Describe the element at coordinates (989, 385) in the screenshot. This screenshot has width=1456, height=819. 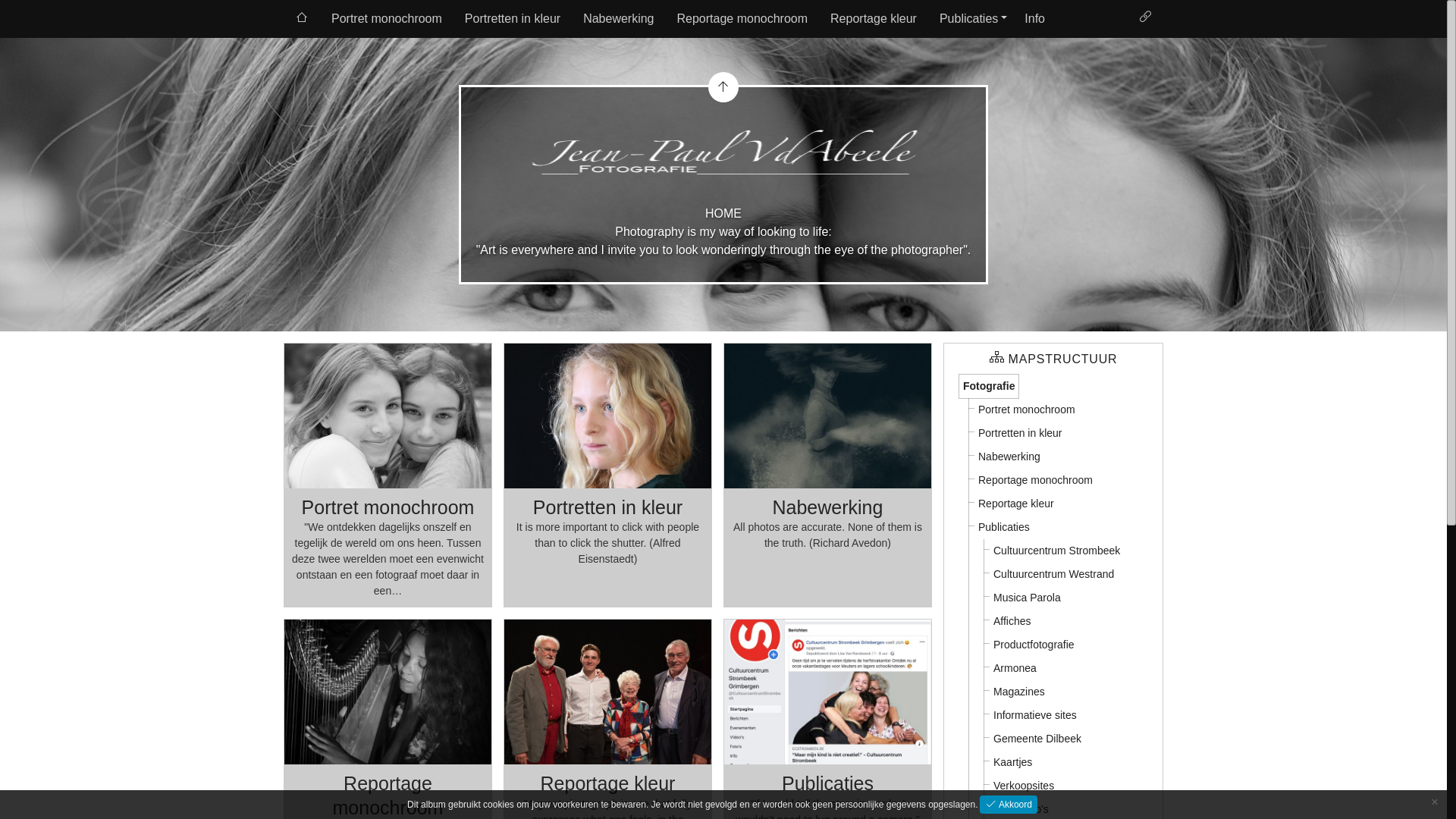
I see `'Fotografie'` at that location.